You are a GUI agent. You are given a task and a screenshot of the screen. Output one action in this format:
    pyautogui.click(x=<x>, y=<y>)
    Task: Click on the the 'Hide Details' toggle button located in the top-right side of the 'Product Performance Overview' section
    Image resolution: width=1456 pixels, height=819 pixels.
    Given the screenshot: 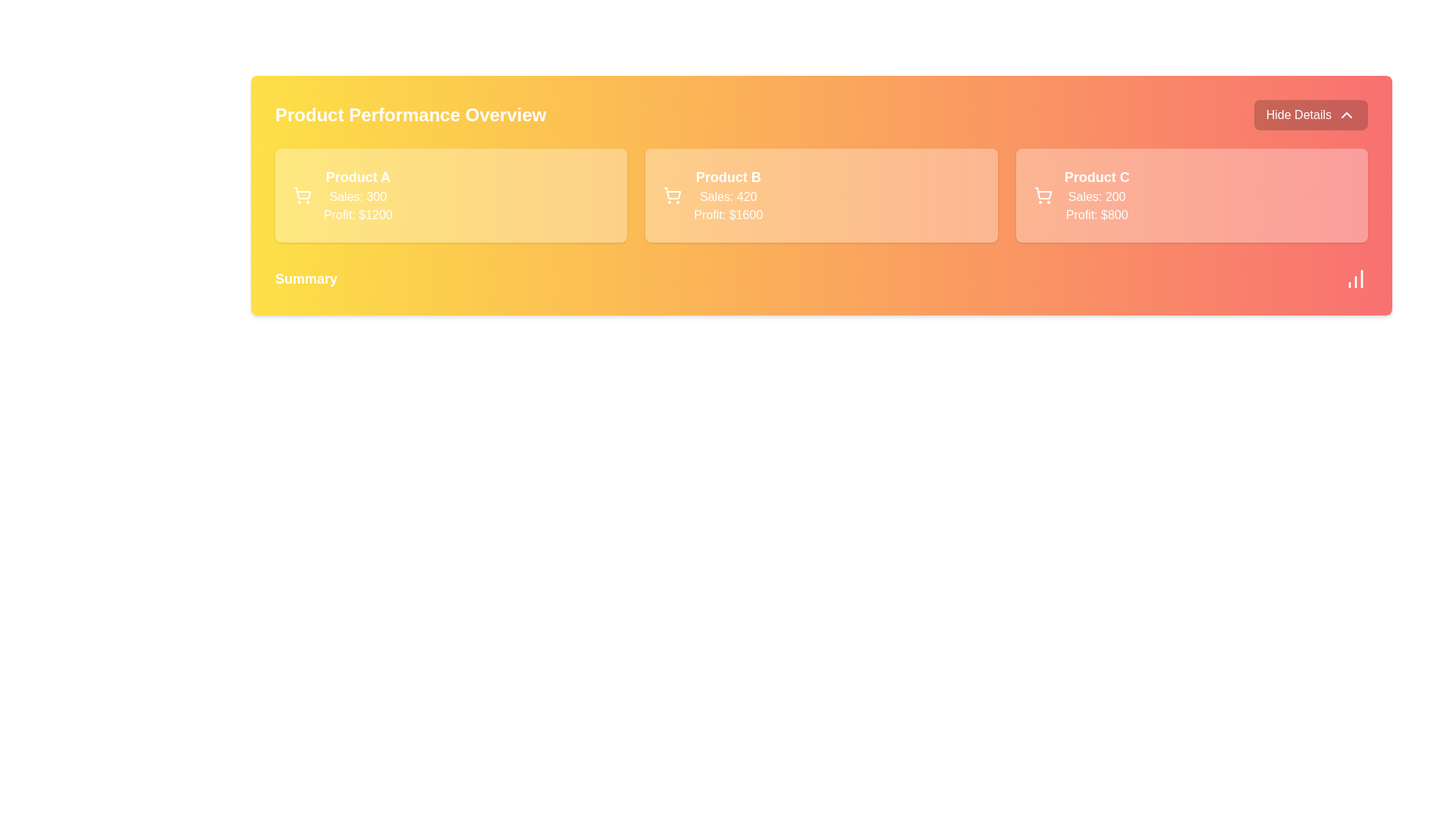 What is the action you would take?
    pyautogui.click(x=1310, y=114)
    